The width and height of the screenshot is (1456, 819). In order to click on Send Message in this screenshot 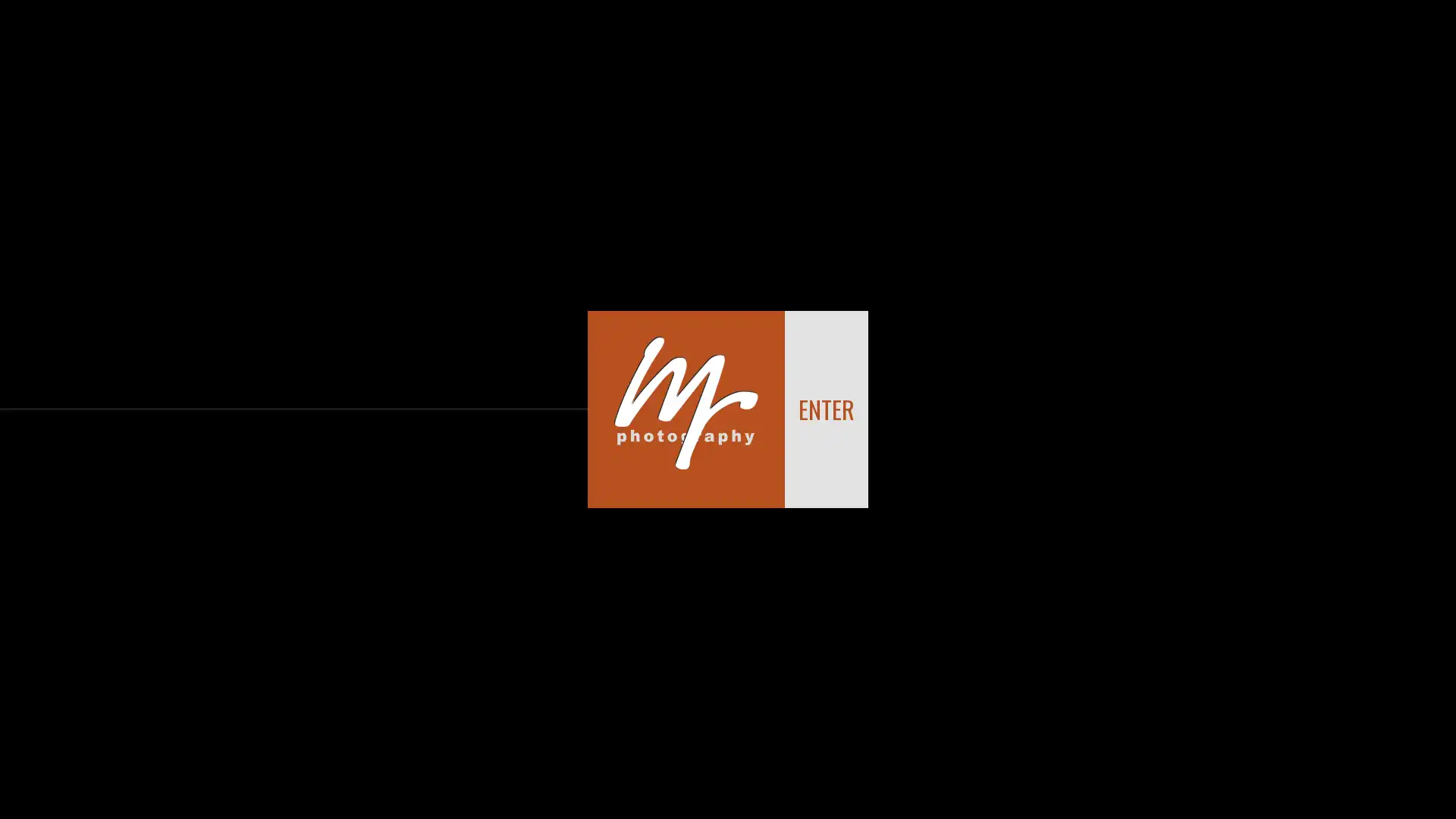, I will do `click(539, 276)`.